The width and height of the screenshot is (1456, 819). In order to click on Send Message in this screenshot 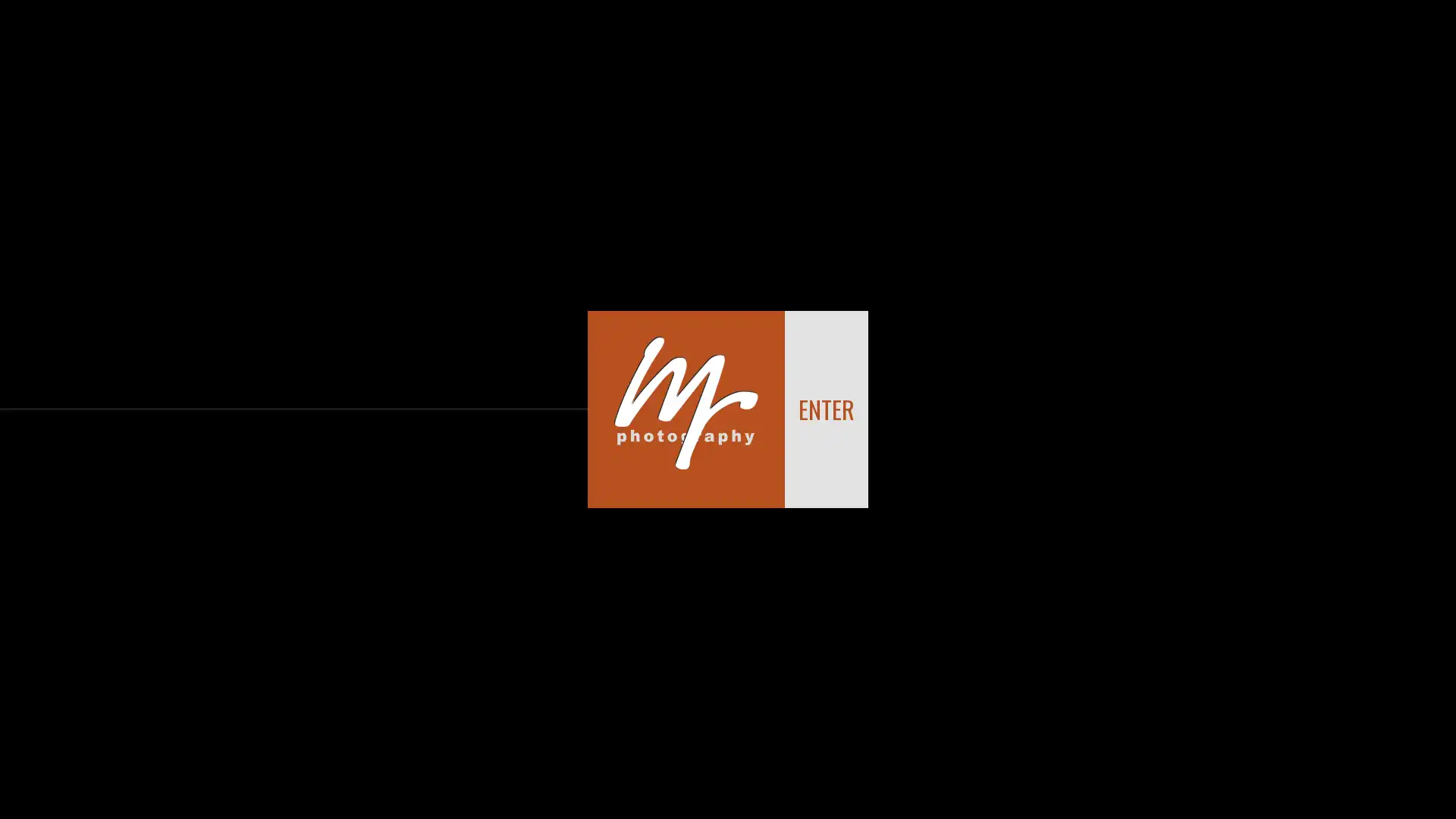, I will do `click(539, 276)`.